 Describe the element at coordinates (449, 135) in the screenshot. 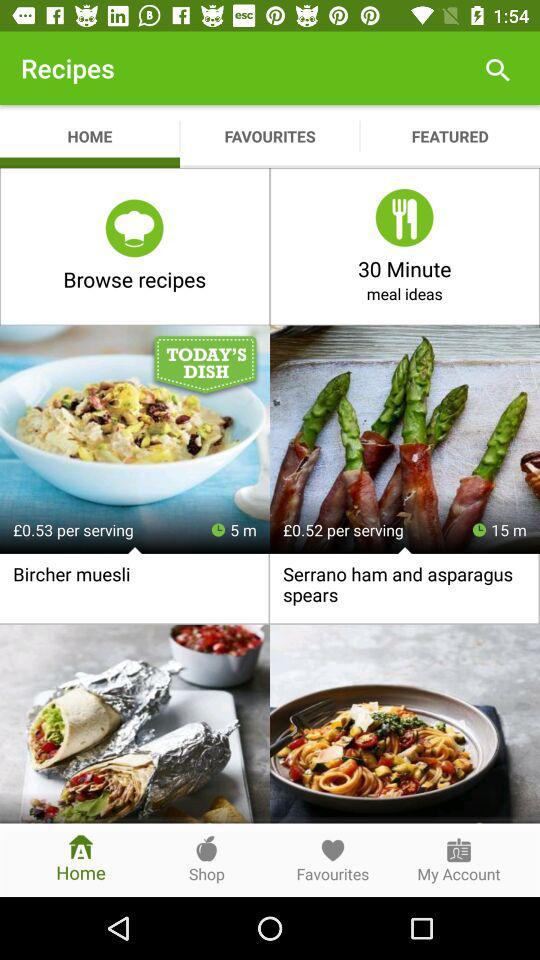

I see `the app next to favourites` at that location.